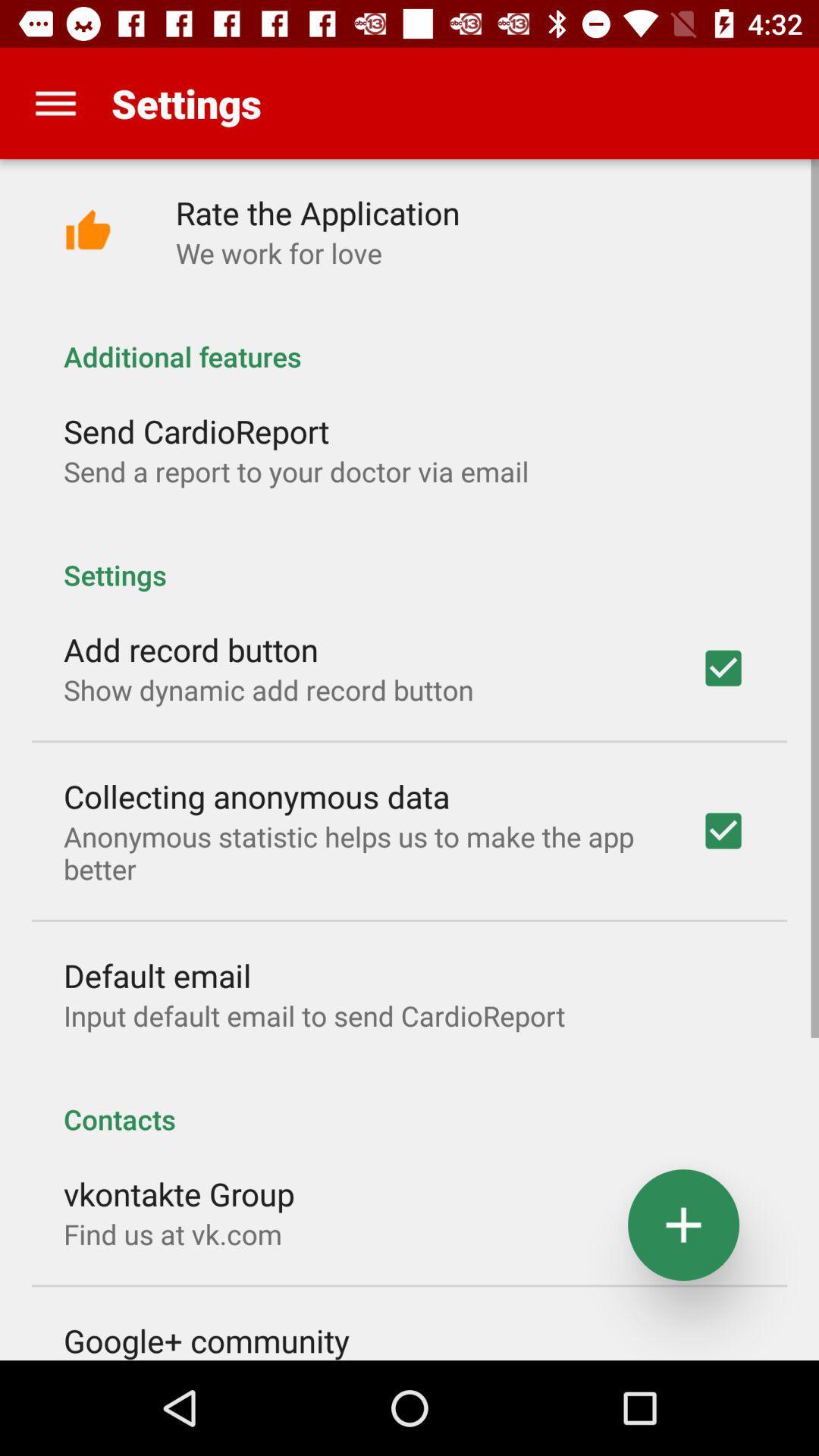 This screenshot has width=819, height=1456. Describe the element at coordinates (206, 1339) in the screenshot. I see `google+ community app` at that location.